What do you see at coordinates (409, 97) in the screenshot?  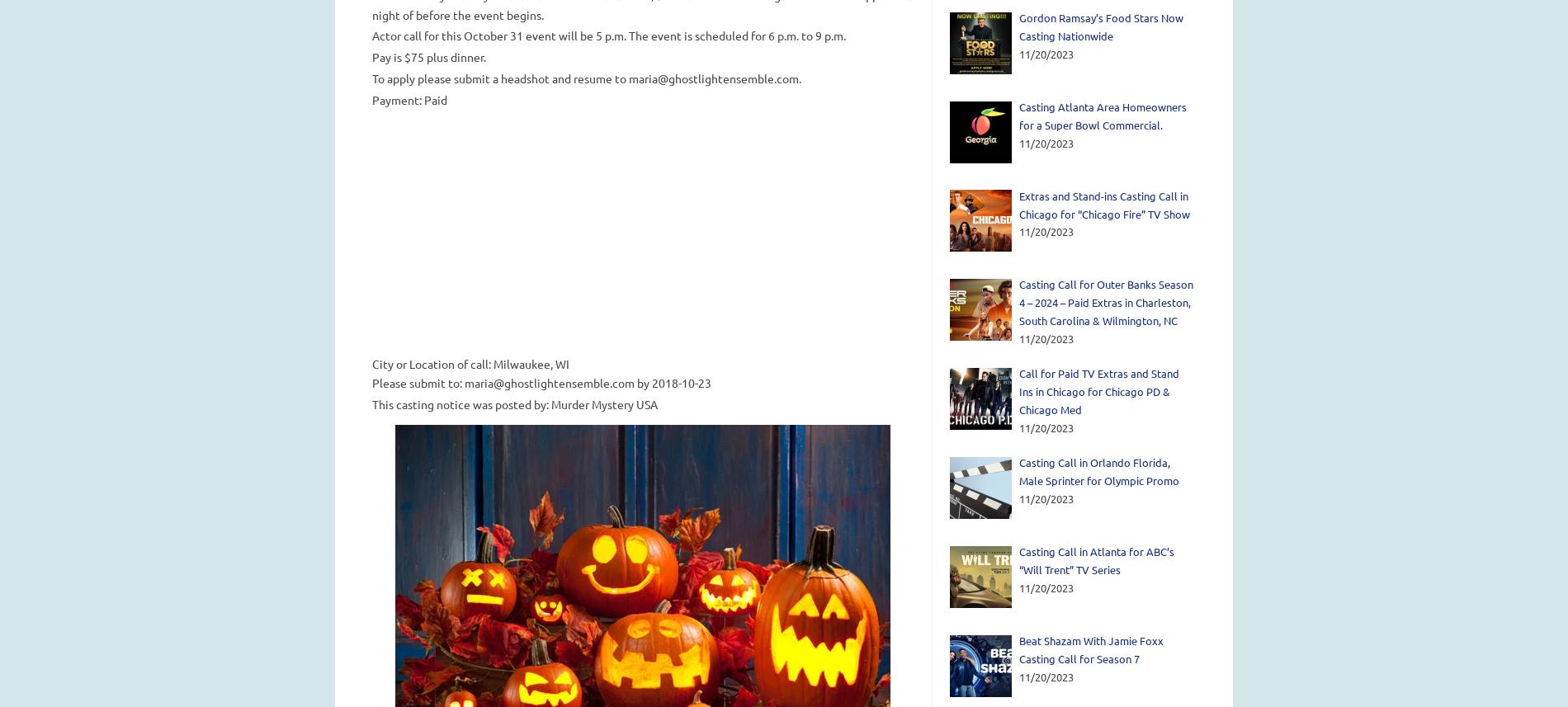 I see `'Payment: Paid'` at bounding box center [409, 97].